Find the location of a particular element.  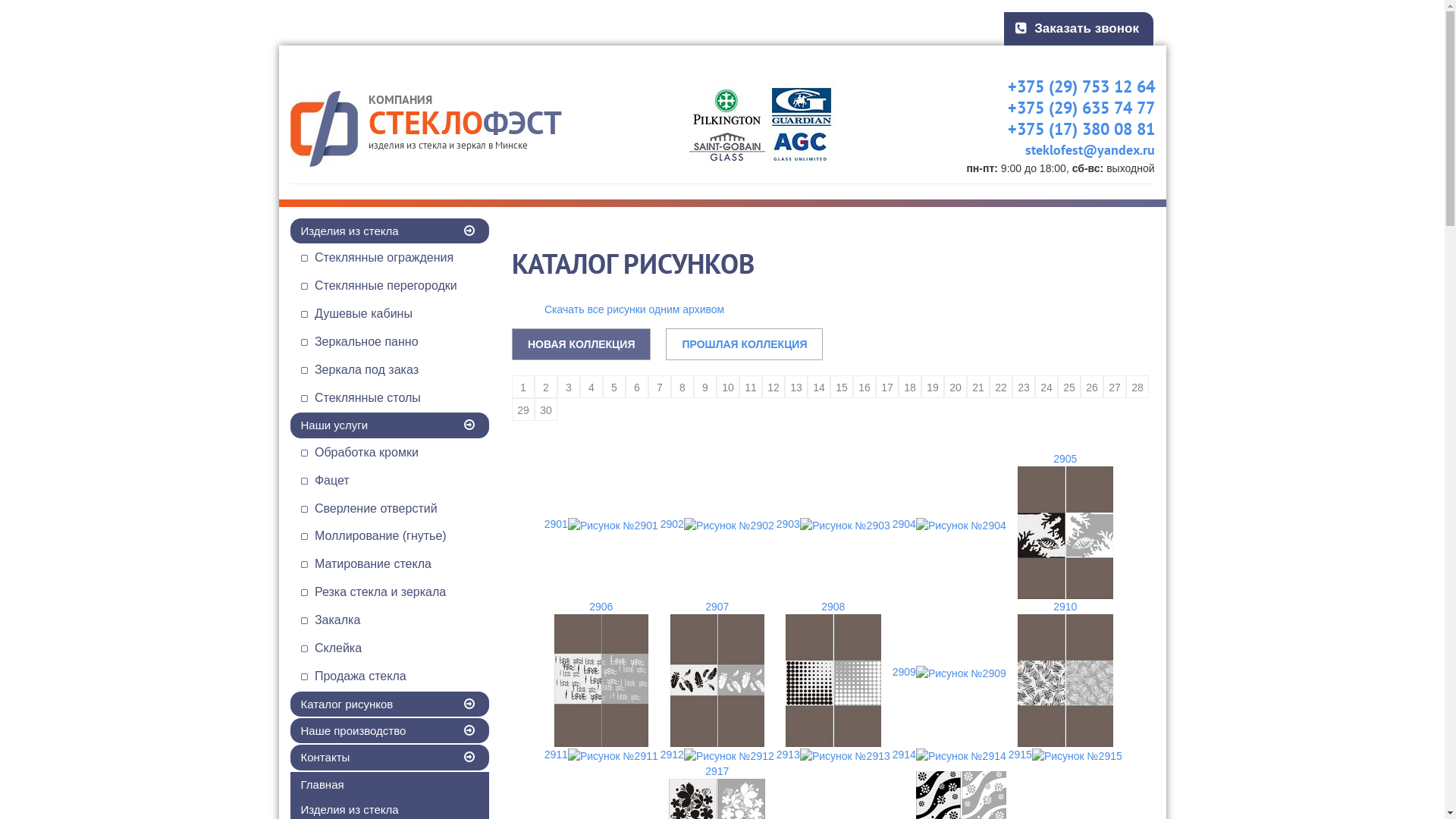

'13' is located at coordinates (785, 385).